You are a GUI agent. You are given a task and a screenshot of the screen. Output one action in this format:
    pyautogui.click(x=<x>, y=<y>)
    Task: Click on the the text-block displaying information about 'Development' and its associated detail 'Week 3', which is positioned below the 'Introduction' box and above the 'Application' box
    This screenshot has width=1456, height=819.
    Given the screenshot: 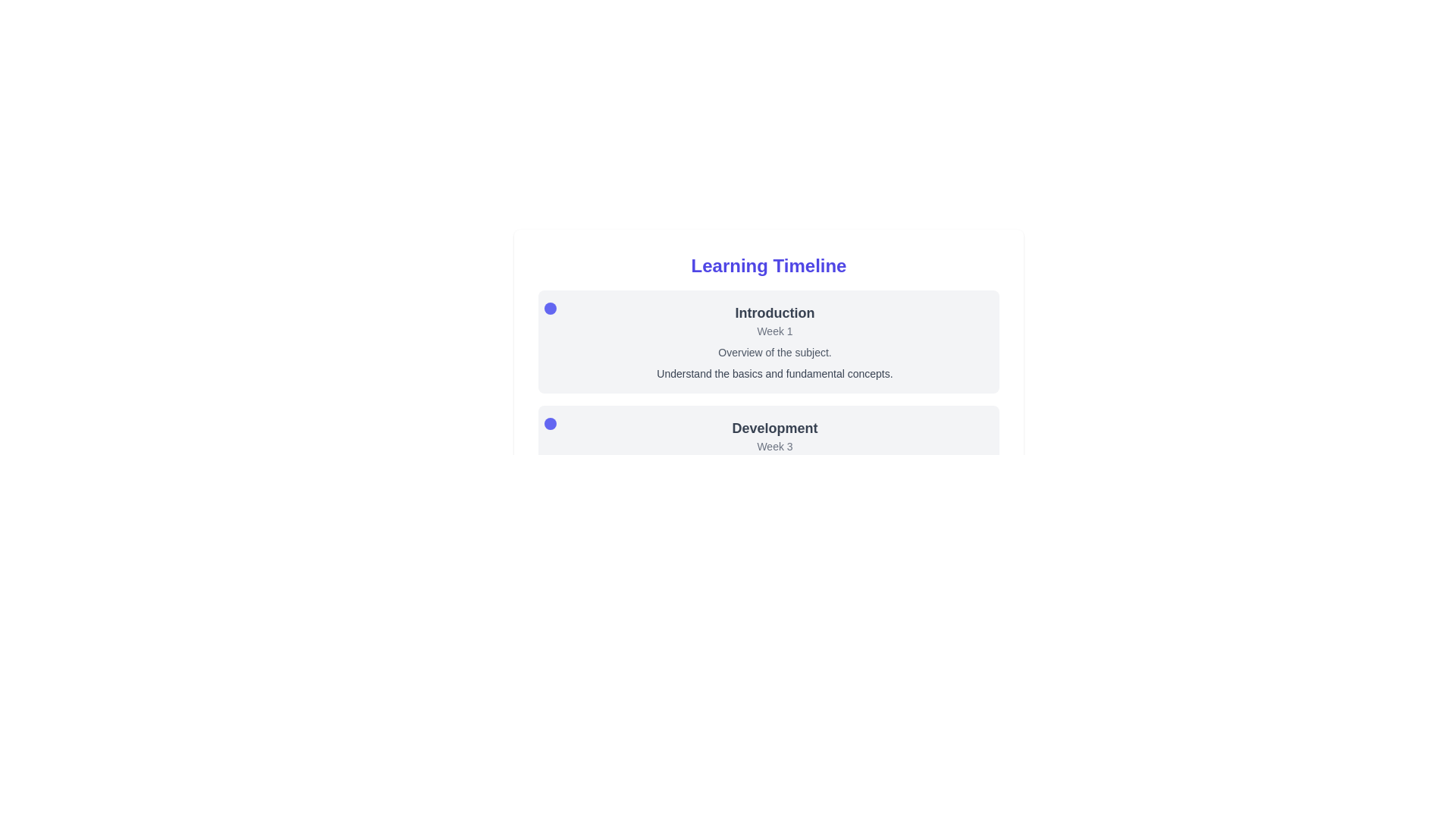 What is the action you would take?
    pyautogui.click(x=768, y=456)
    